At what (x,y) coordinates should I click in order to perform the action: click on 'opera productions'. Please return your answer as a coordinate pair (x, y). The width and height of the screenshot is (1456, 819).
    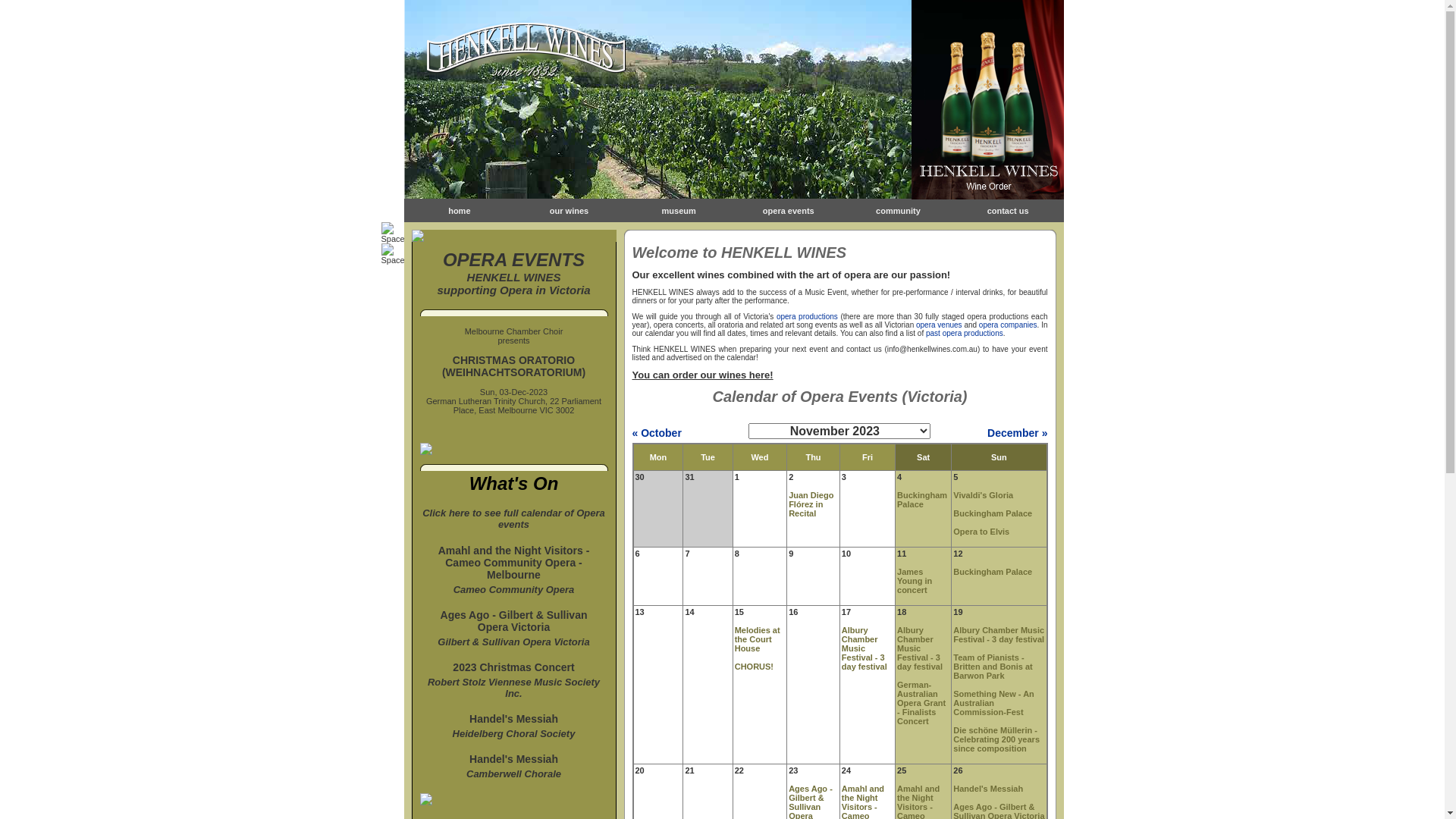
    Looking at the image, I should click on (806, 315).